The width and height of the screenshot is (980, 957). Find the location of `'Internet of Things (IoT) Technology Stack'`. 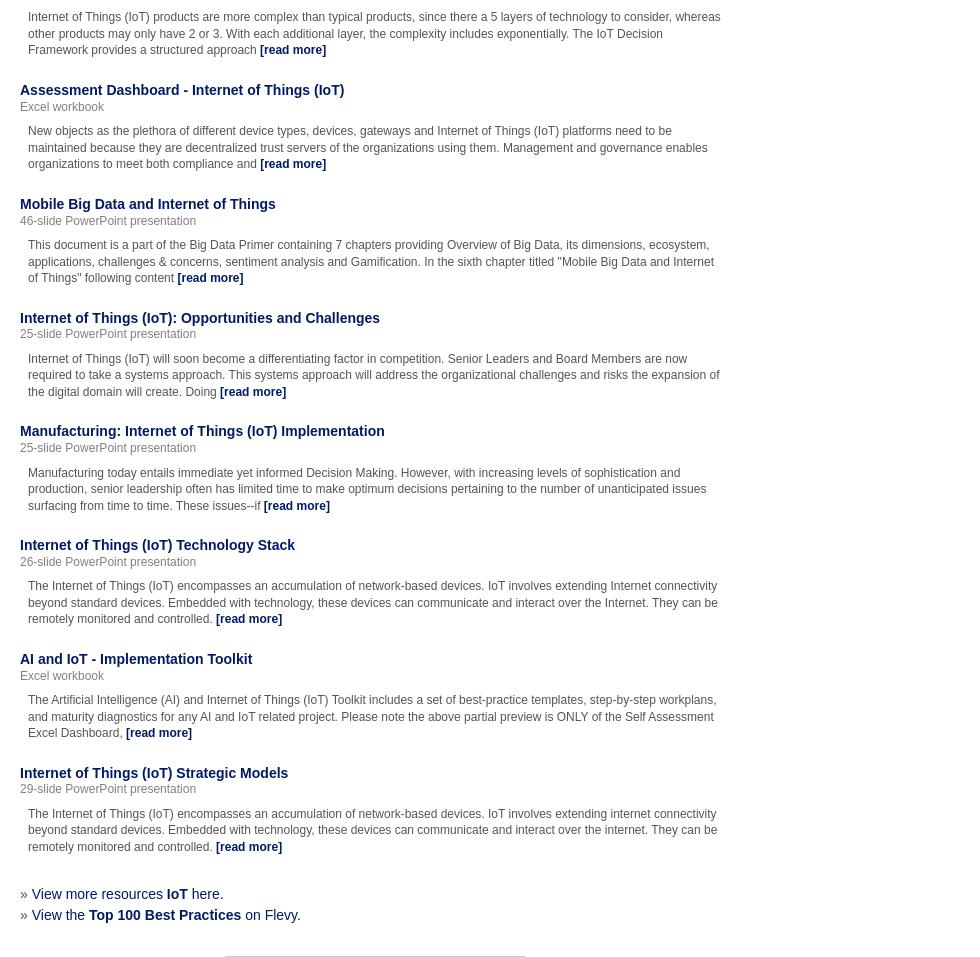

'Internet of Things (IoT) Technology Stack' is located at coordinates (157, 545).